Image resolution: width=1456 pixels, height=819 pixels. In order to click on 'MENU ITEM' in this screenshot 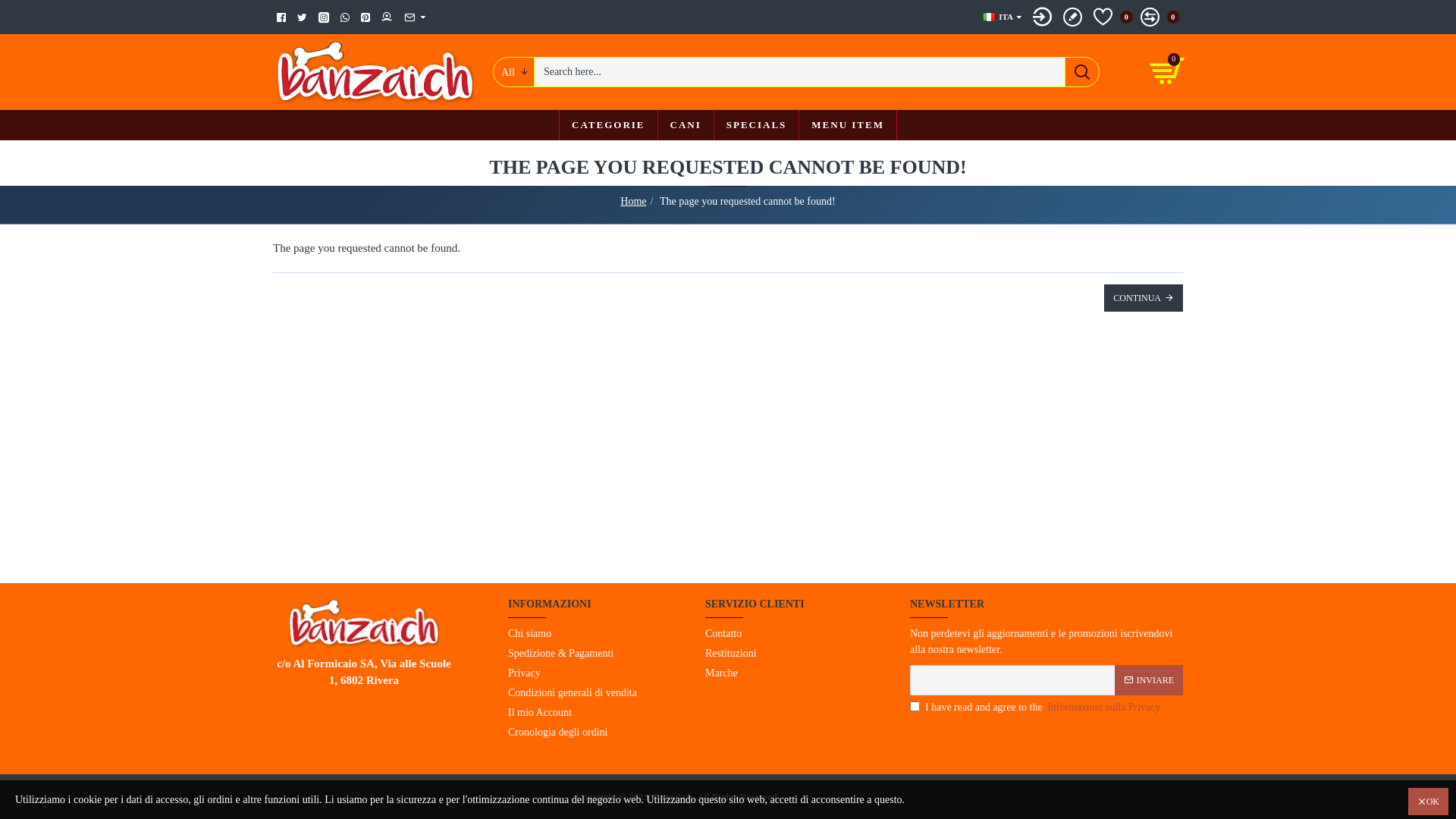, I will do `click(846, 124)`.